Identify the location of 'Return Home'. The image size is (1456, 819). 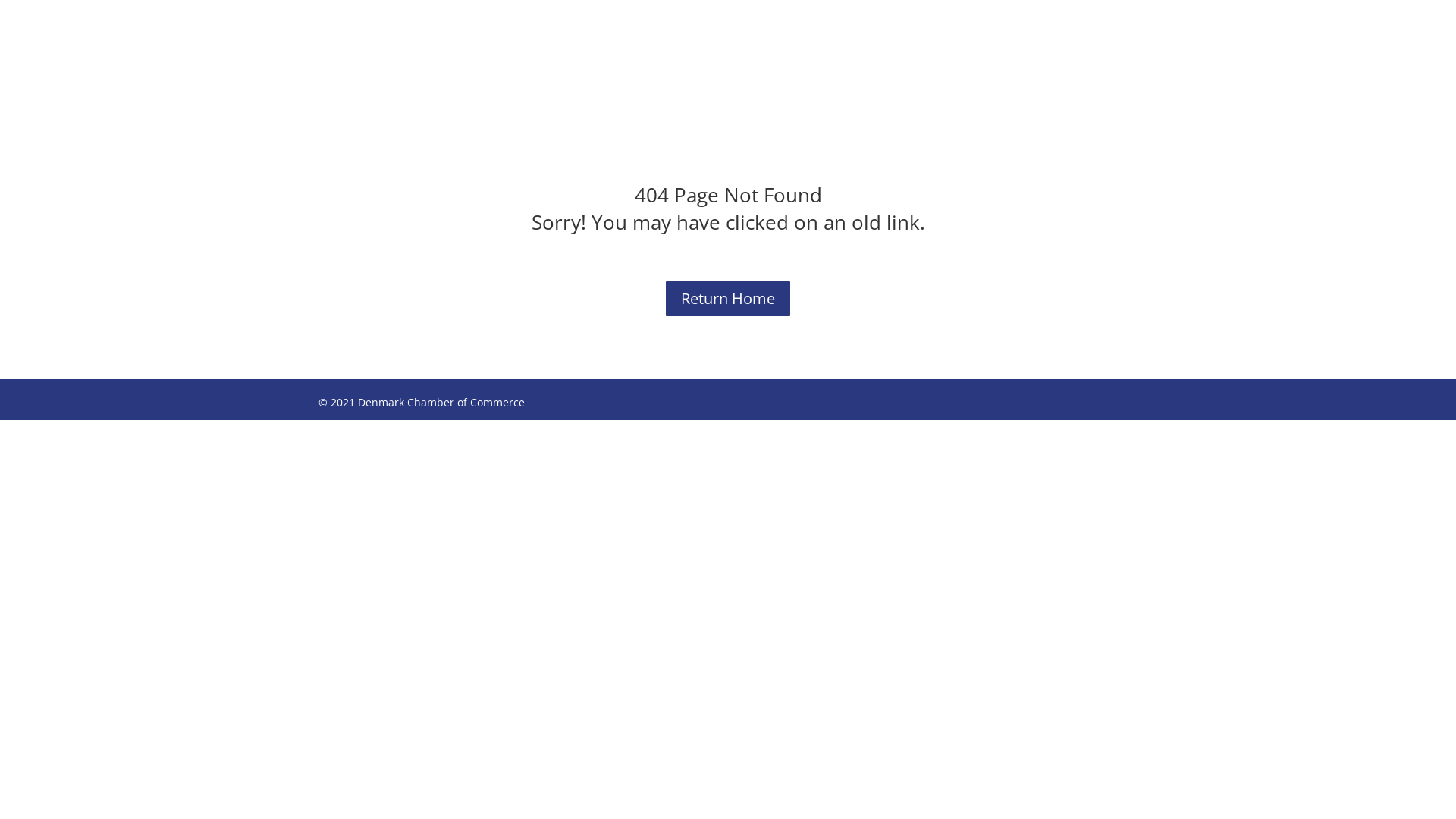
(728, 298).